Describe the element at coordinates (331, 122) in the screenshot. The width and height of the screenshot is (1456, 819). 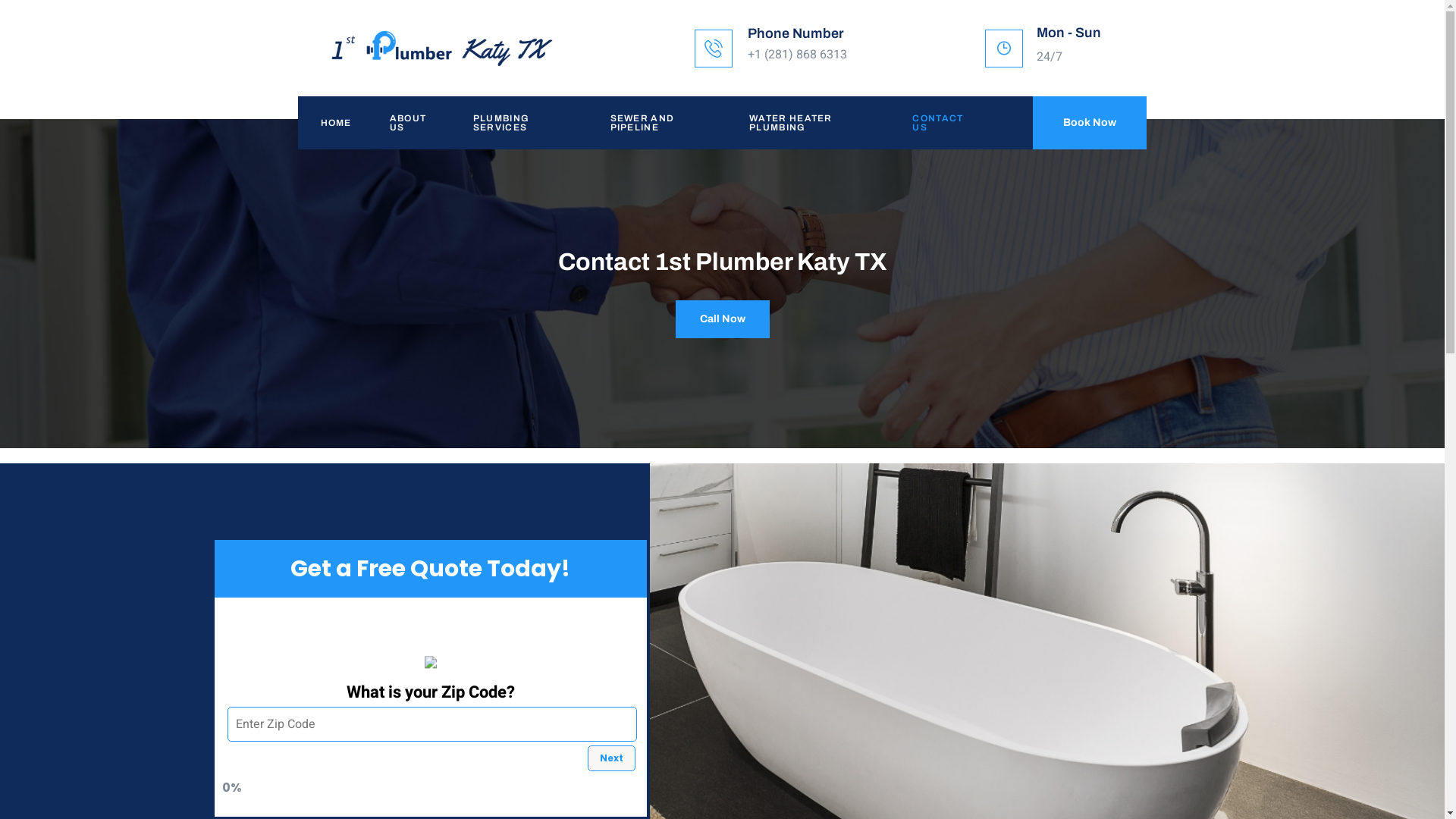
I see `'HOME'` at that location.